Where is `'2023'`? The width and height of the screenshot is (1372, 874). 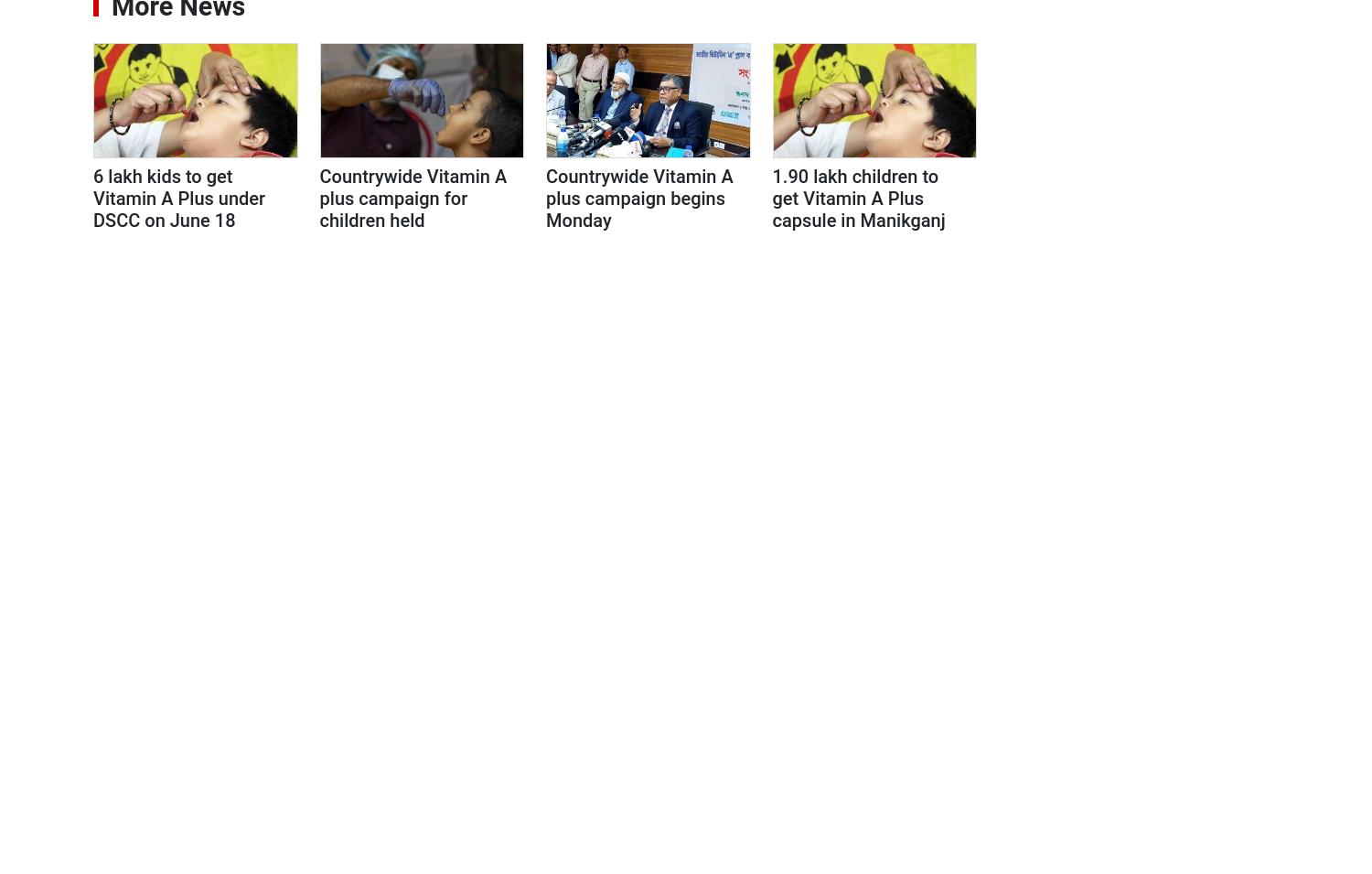 '2023' is located at coordinates (1197, 54).